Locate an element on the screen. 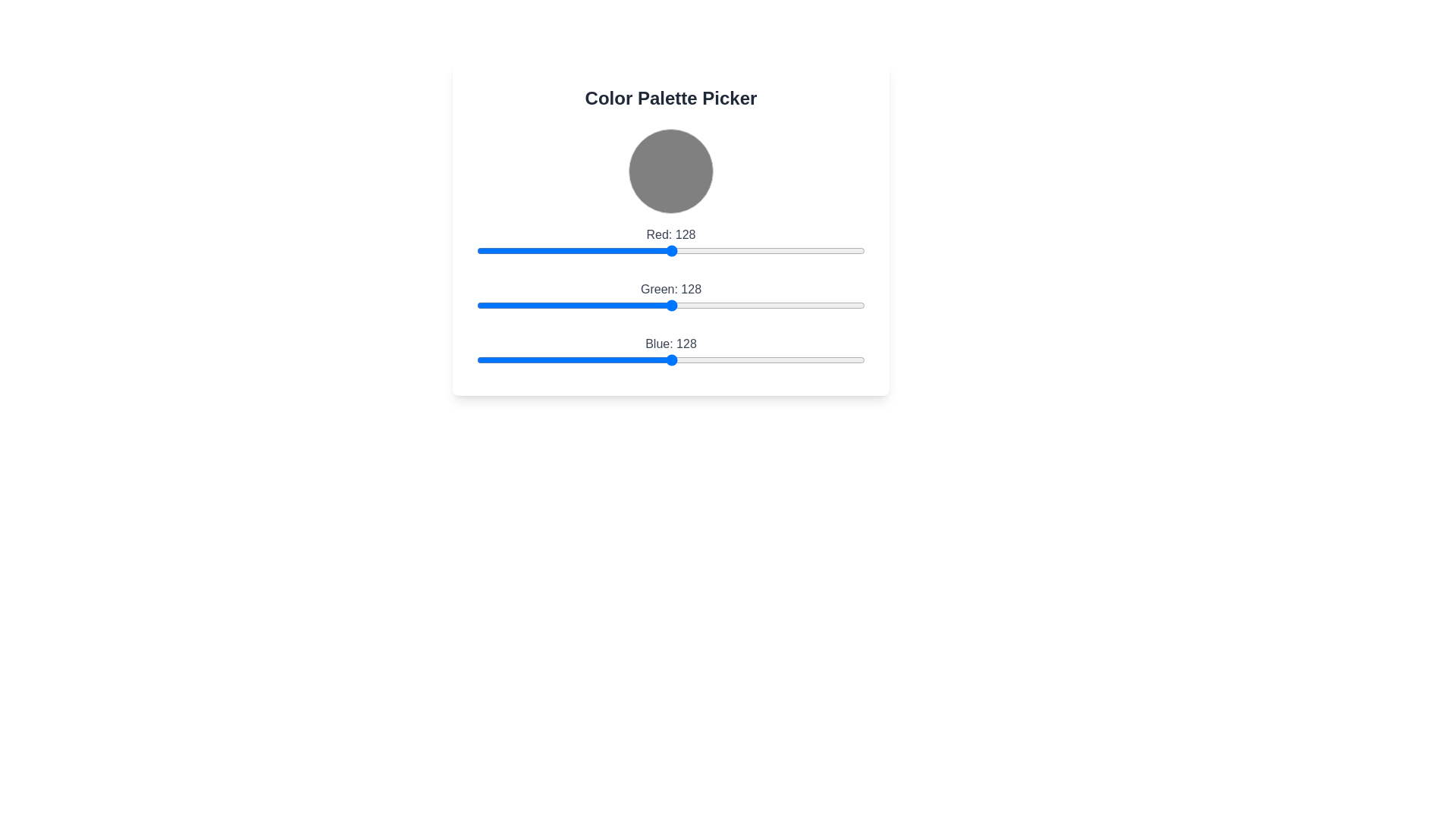 This screenshot has width=1456, height=819. the 'Red' color component is located at coordinates (714, 250).